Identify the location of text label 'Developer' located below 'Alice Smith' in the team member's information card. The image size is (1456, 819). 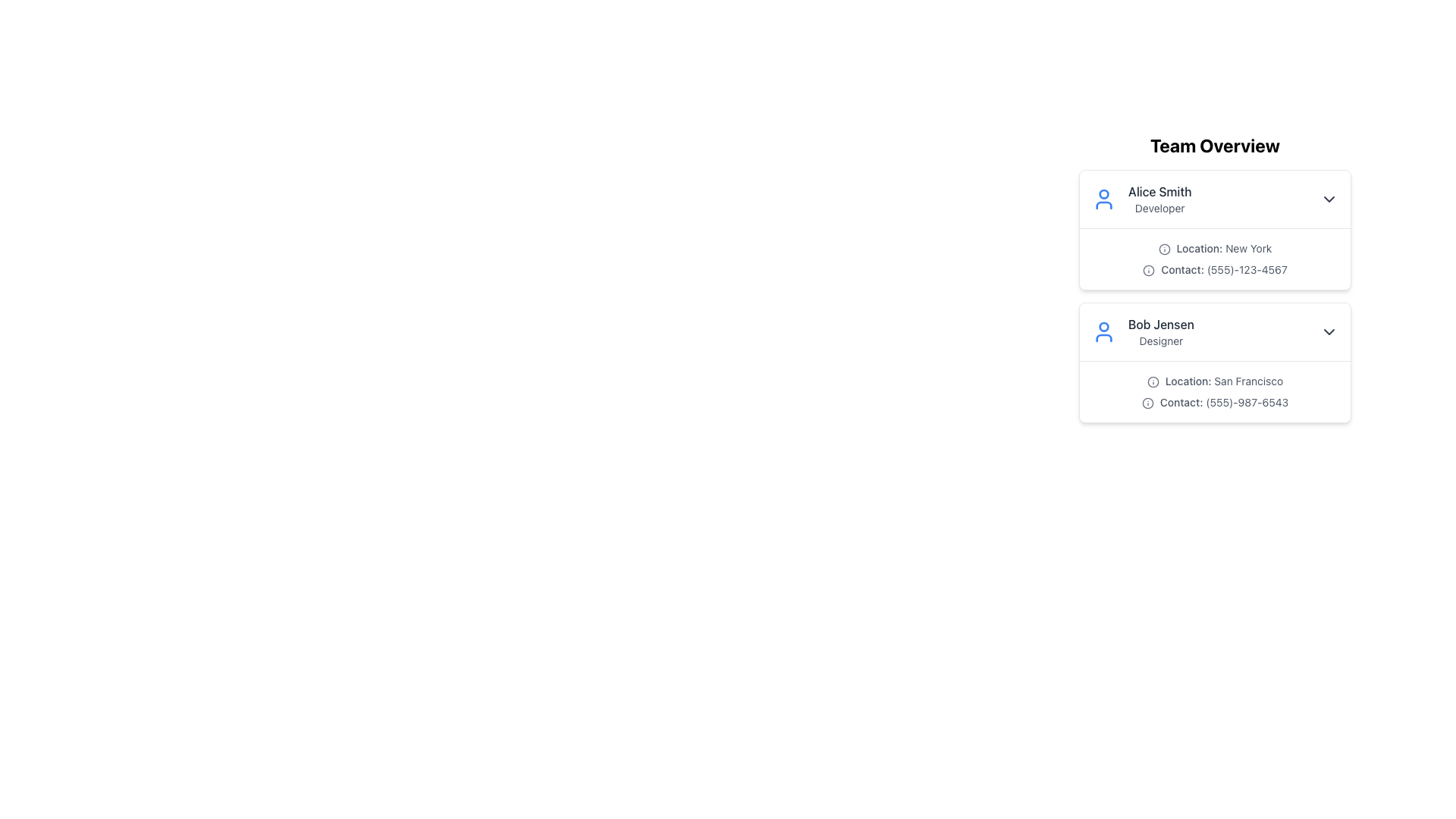
(1159, 208).